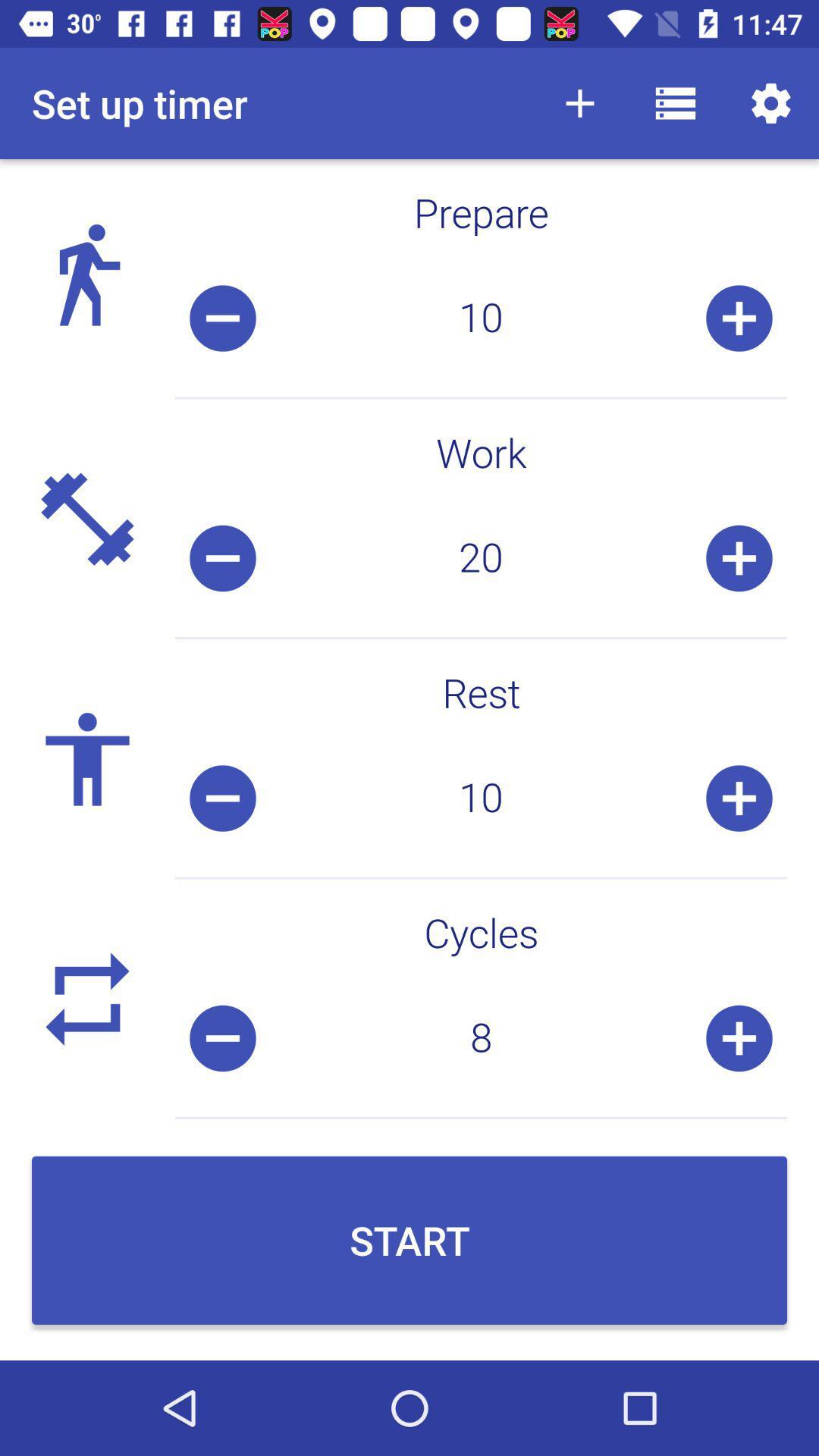 The image size is (819, 1456). Describe the element at coordinates (481, 1037) in the screenshot. I see `icon above start item` at that location.